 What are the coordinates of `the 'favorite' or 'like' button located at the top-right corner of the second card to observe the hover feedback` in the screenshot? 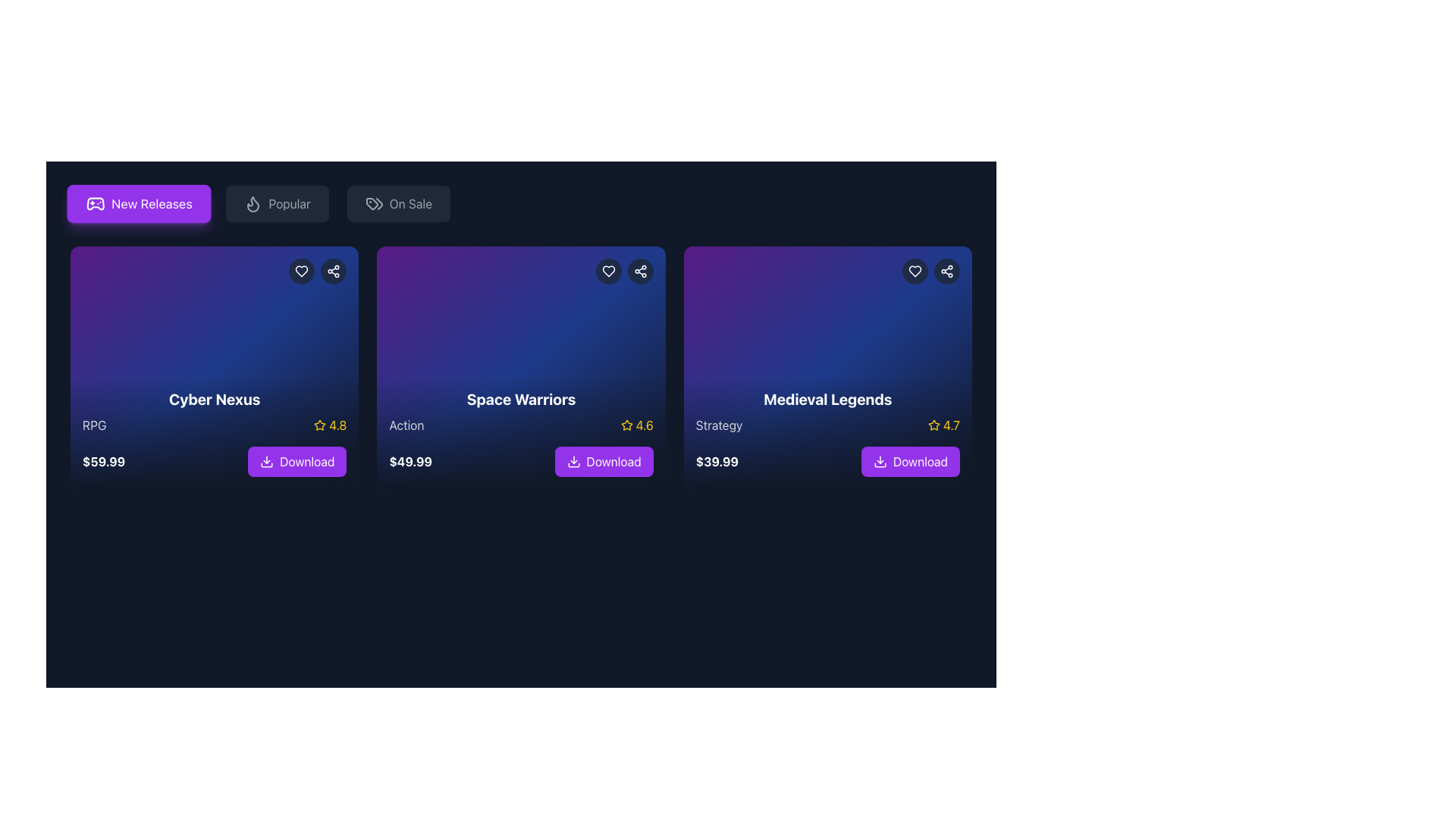 It's located at (608, 271).